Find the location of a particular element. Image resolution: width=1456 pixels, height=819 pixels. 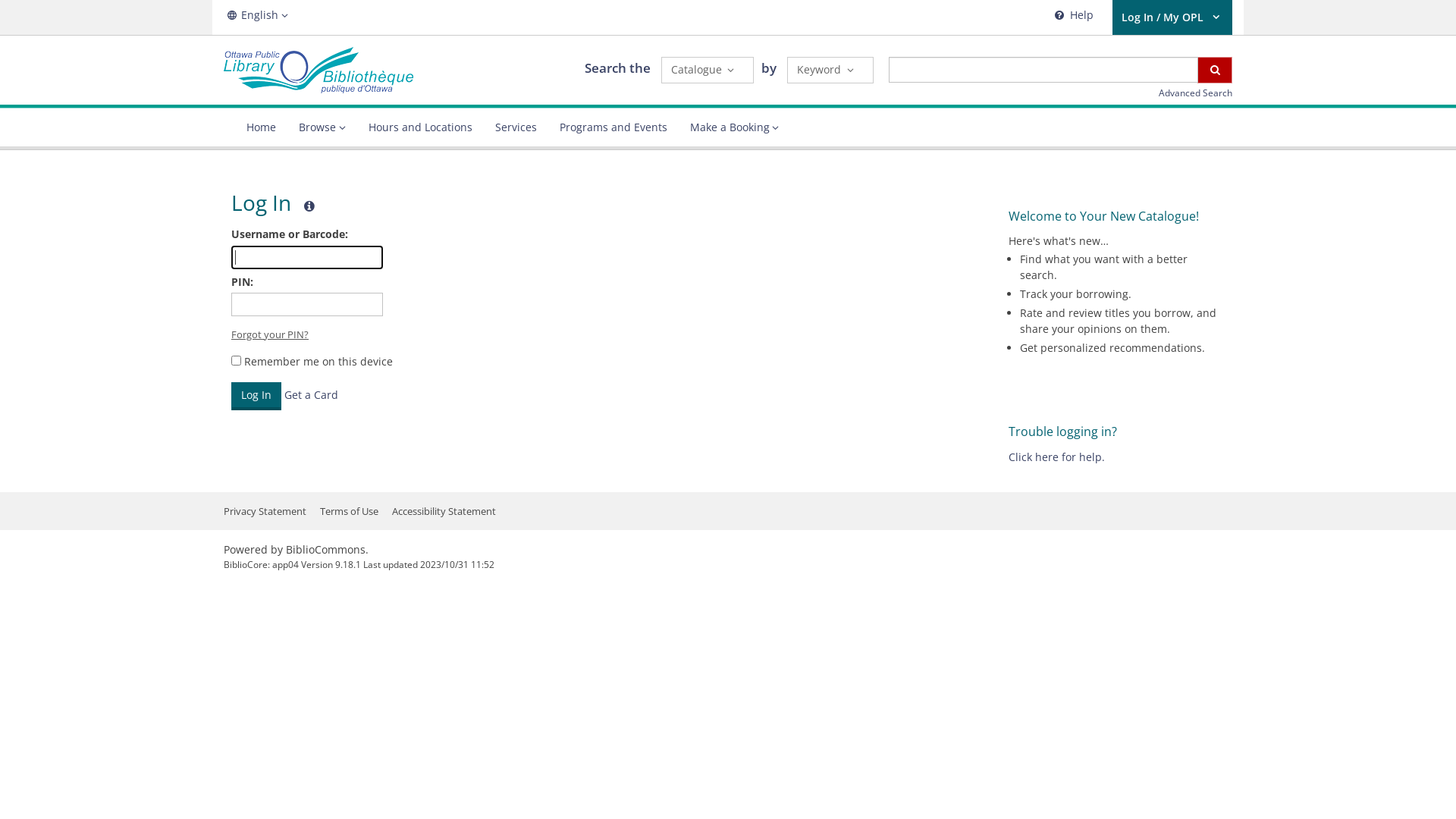

'Catalogue is located at coordinates (661, 70).